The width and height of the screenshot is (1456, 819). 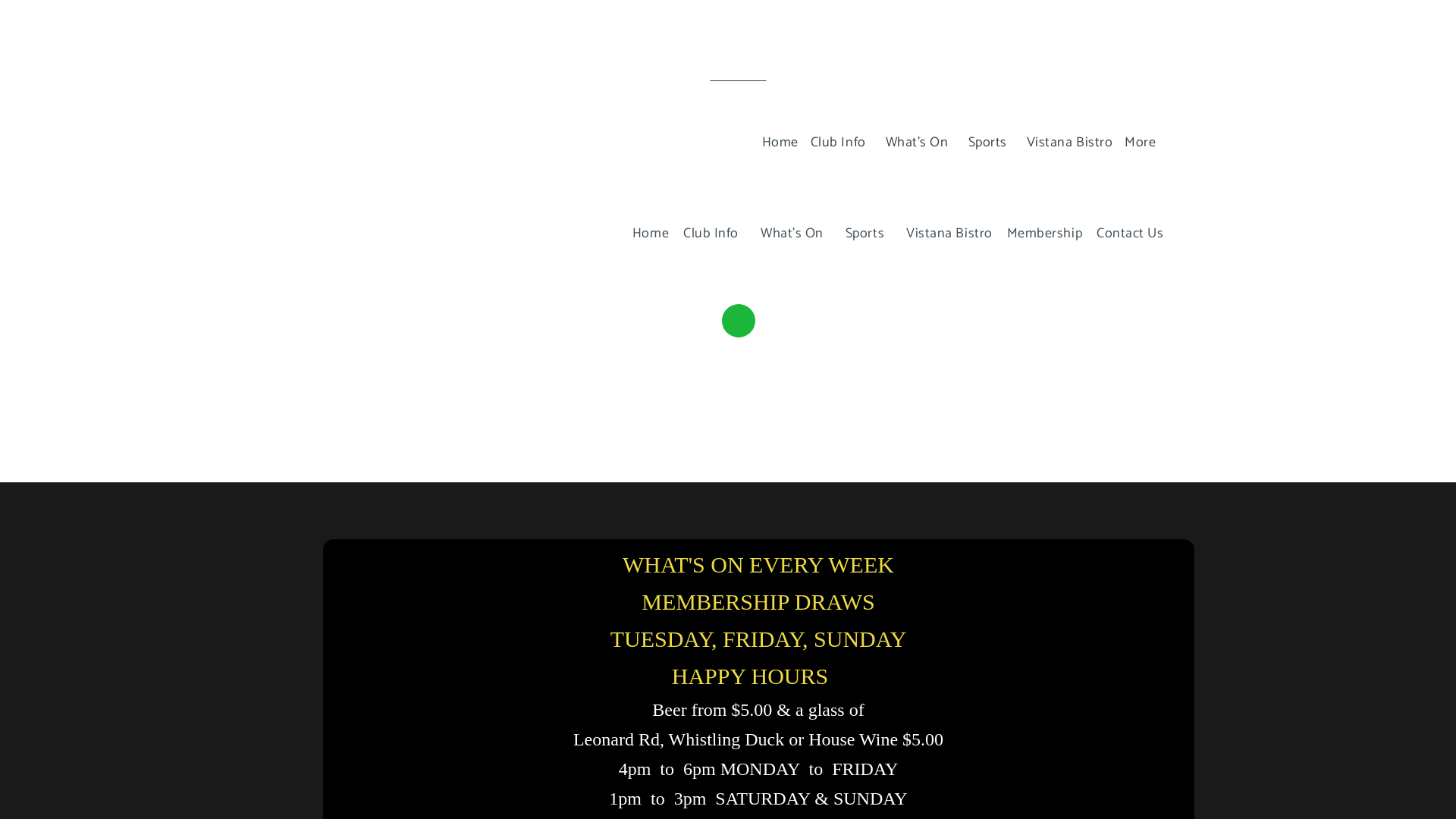 What do you see at coordinates (835, 143) in the screenshot?
I see `'Club Info'` at bounding box center [835, 143].